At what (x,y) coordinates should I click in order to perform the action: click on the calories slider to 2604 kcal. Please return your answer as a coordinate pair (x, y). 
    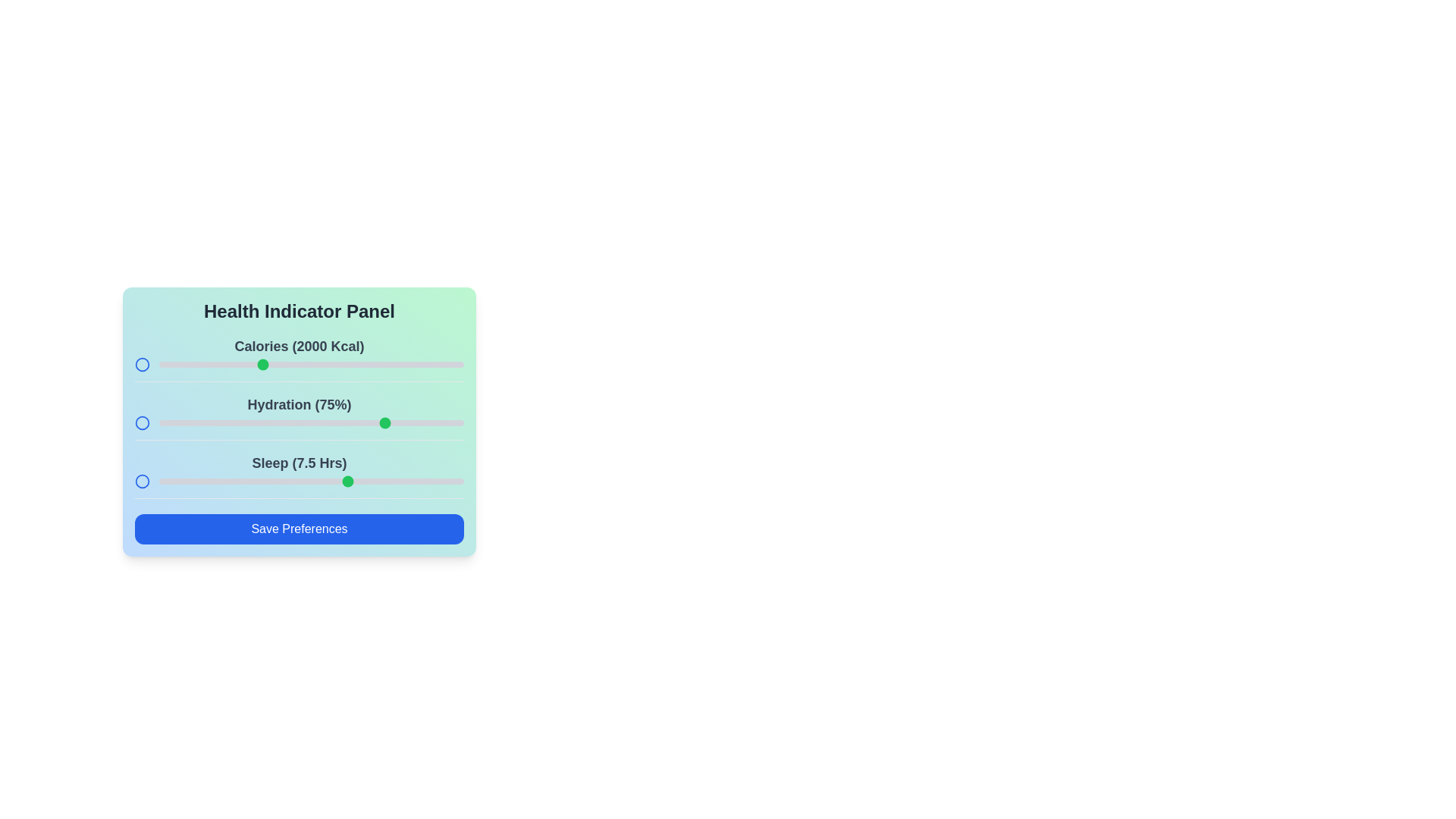
    Looking at the image, I should click on (383, 365).